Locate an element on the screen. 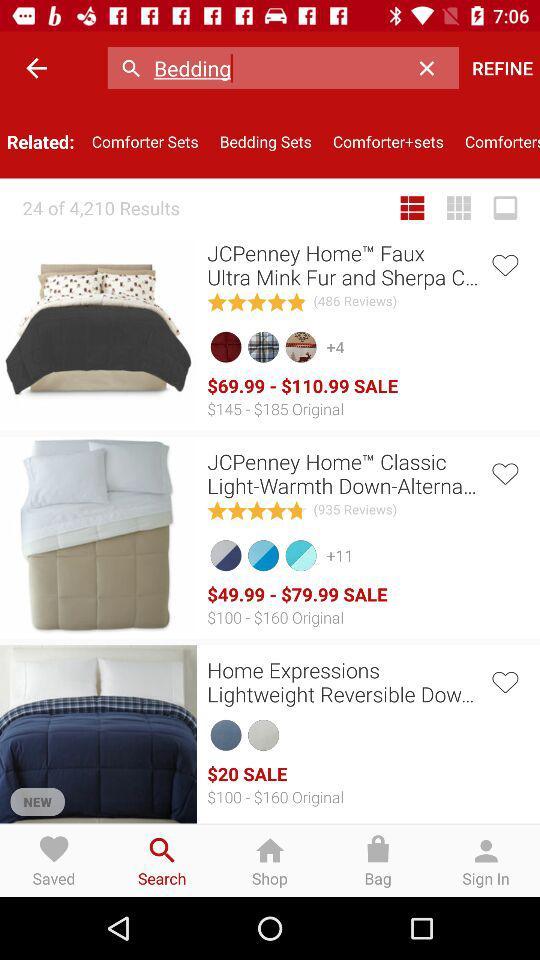 Image resolution: width=540 pixels, height=960 pixels. to favorites is located at coordinates (503, 680).